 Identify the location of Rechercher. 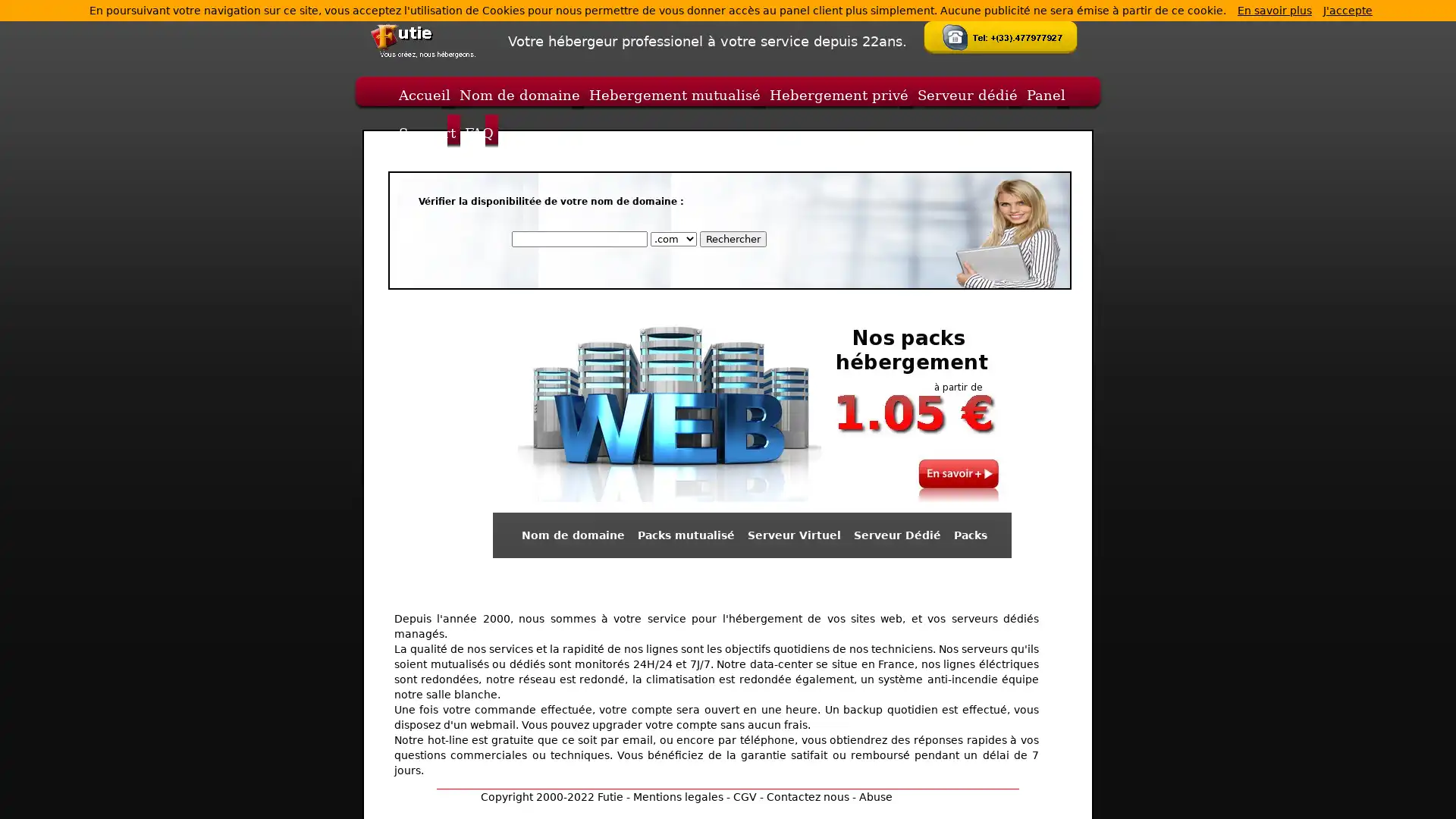
(732, 239).